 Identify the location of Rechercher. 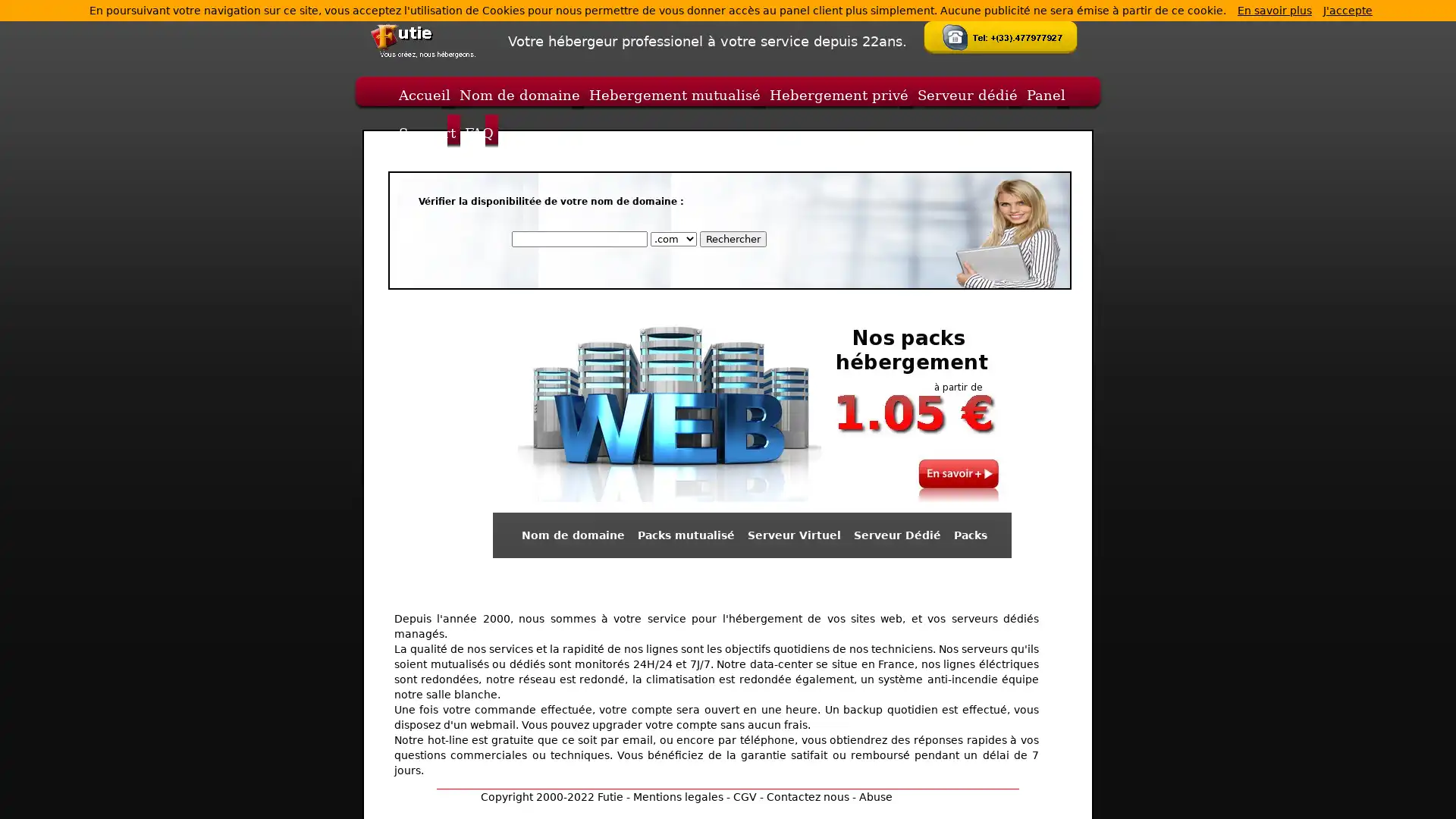
(732, 239).